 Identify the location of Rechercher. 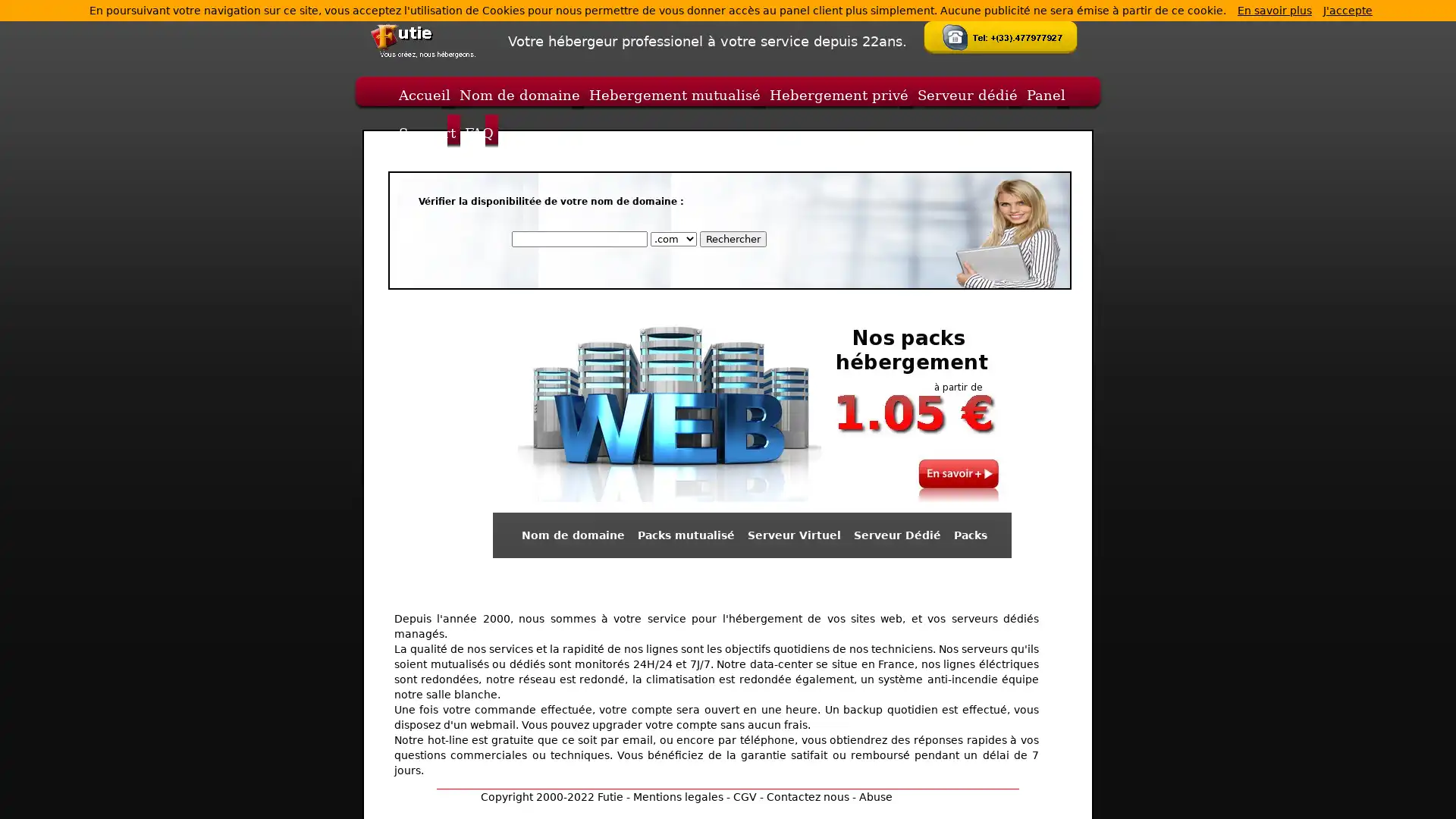
(732, 239).